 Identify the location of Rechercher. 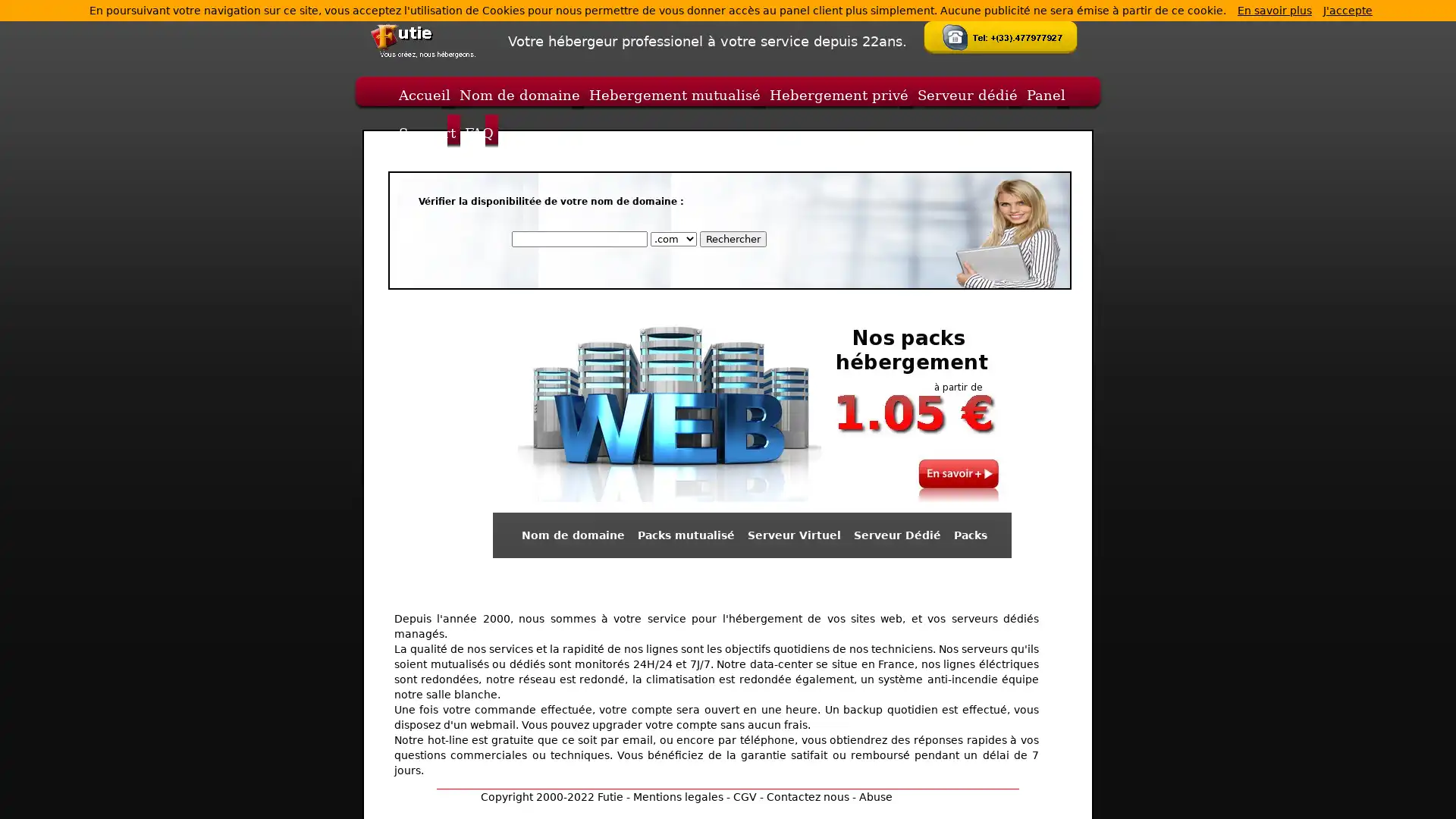
(732, 239).